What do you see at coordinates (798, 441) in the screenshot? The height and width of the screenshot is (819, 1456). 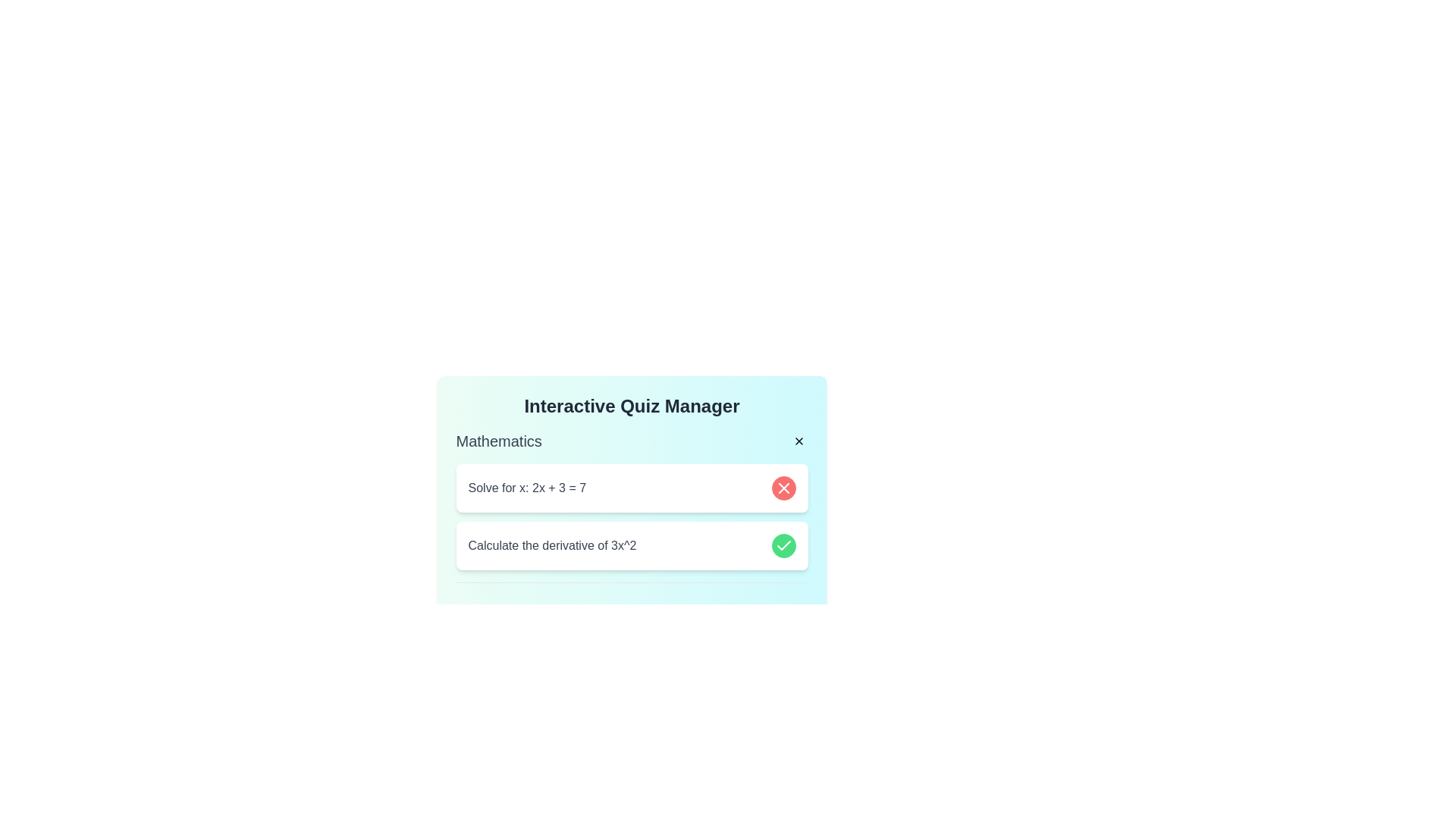 I see `the close button located in the top-right corner of the 'Interactive Quiz Manager' panel` at bounding box center [798, 441].